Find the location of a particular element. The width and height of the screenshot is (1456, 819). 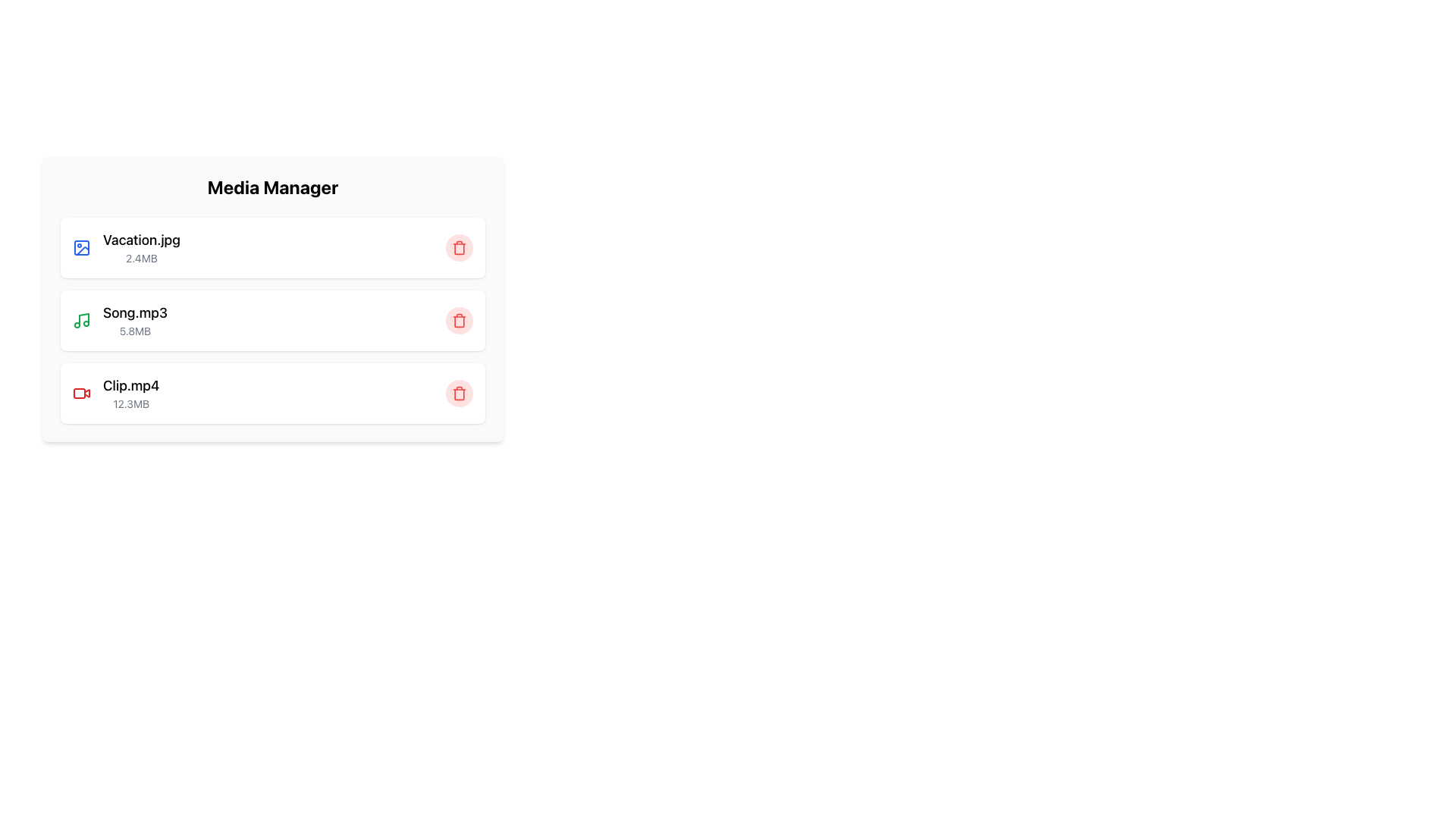

the text label displaying 'Song.mp3' with the size indication '5.8MB' in the second file card of the Media Manager interface is located at coordinates (119, 320).